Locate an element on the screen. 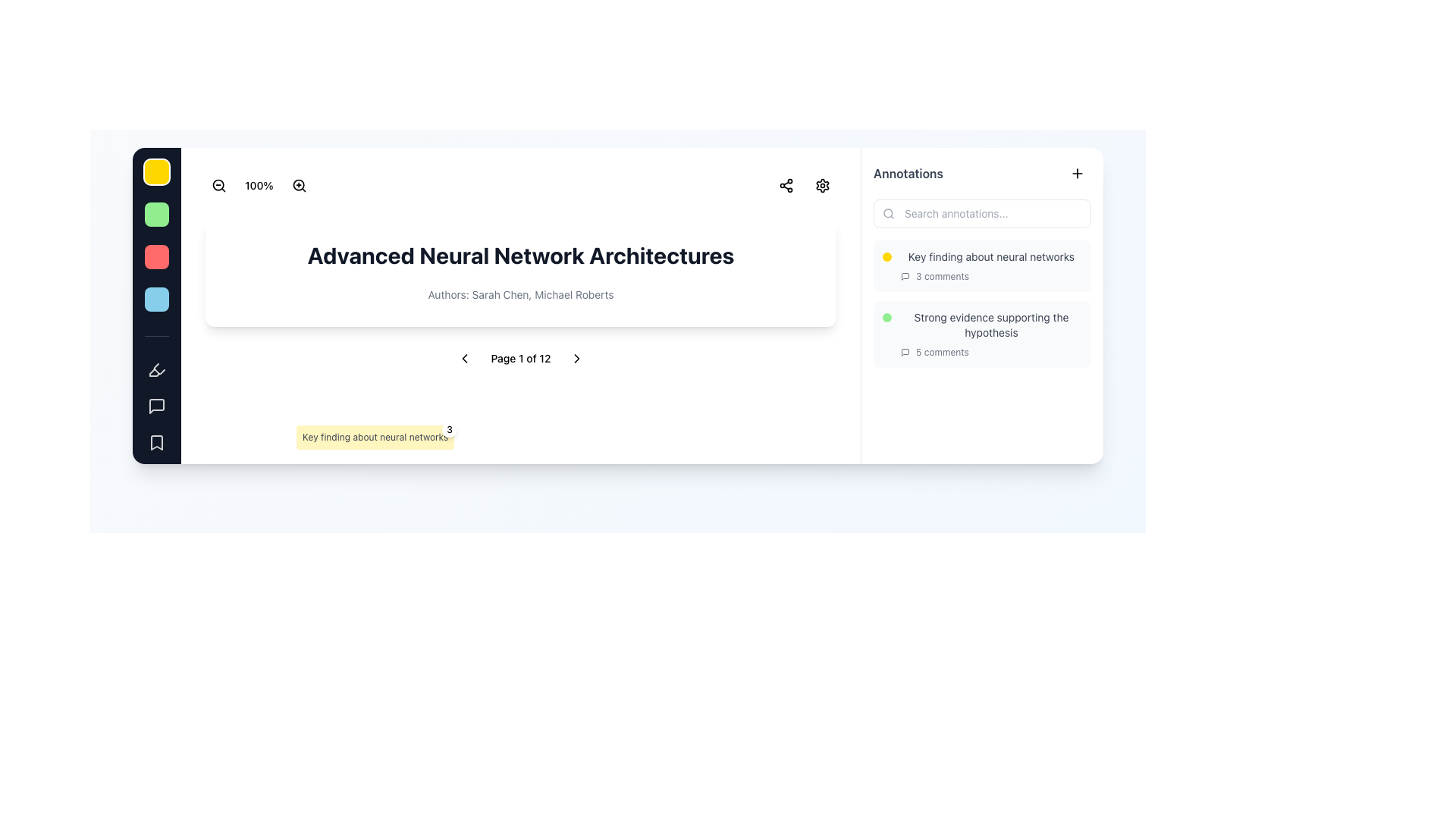 Image resolution: width=1456 pixels, height=819 pixels. the Text input field located below the 'Annotations' heading is located at coordinates (982, 213).